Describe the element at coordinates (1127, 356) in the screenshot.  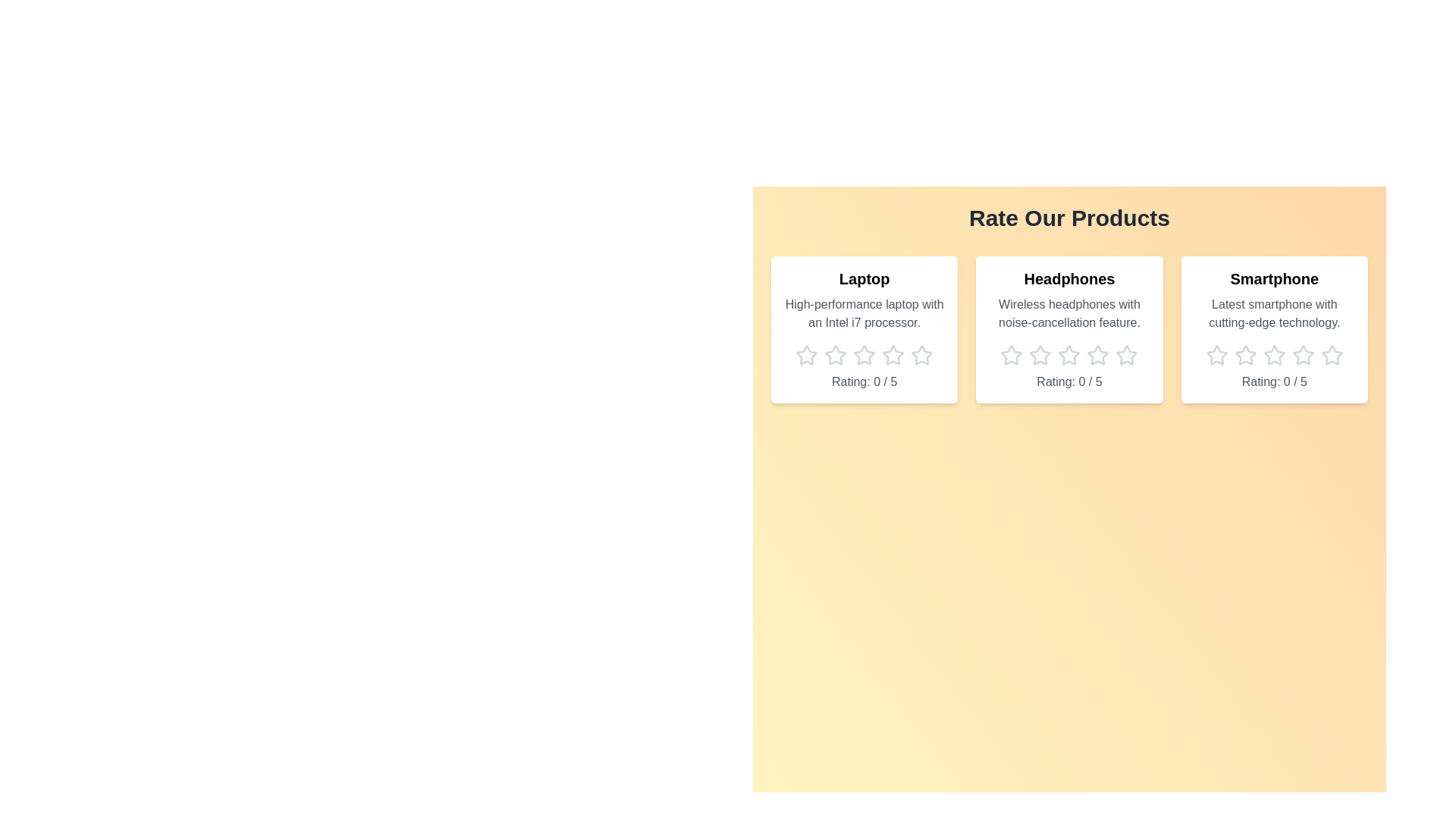
I see `the star icon corresponding to 5 stars for the product Headphones` at that location.